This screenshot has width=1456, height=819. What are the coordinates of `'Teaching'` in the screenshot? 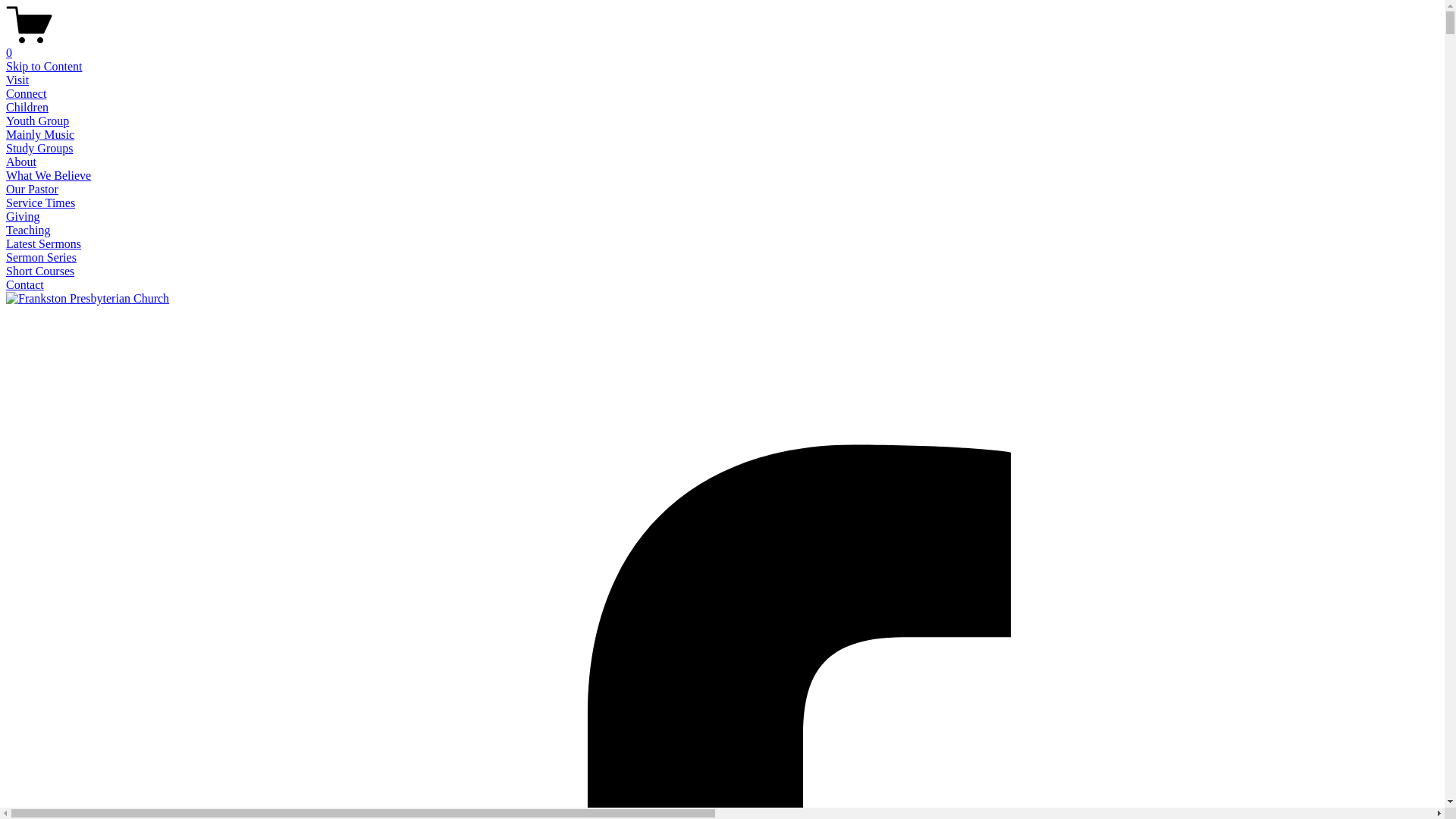 It's located at (28, 230).